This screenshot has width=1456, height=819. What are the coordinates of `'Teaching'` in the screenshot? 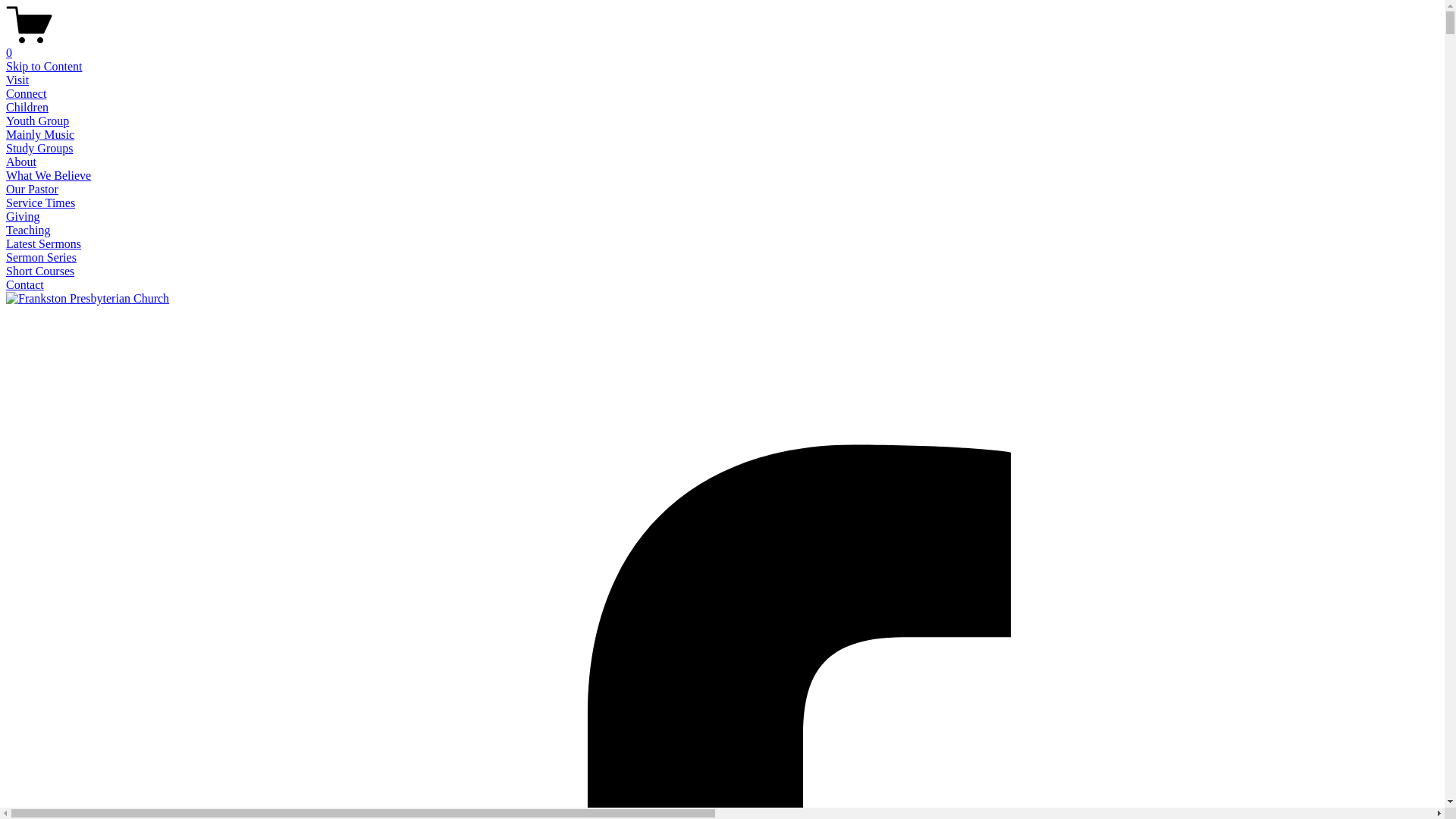 It's located at (28, 230).